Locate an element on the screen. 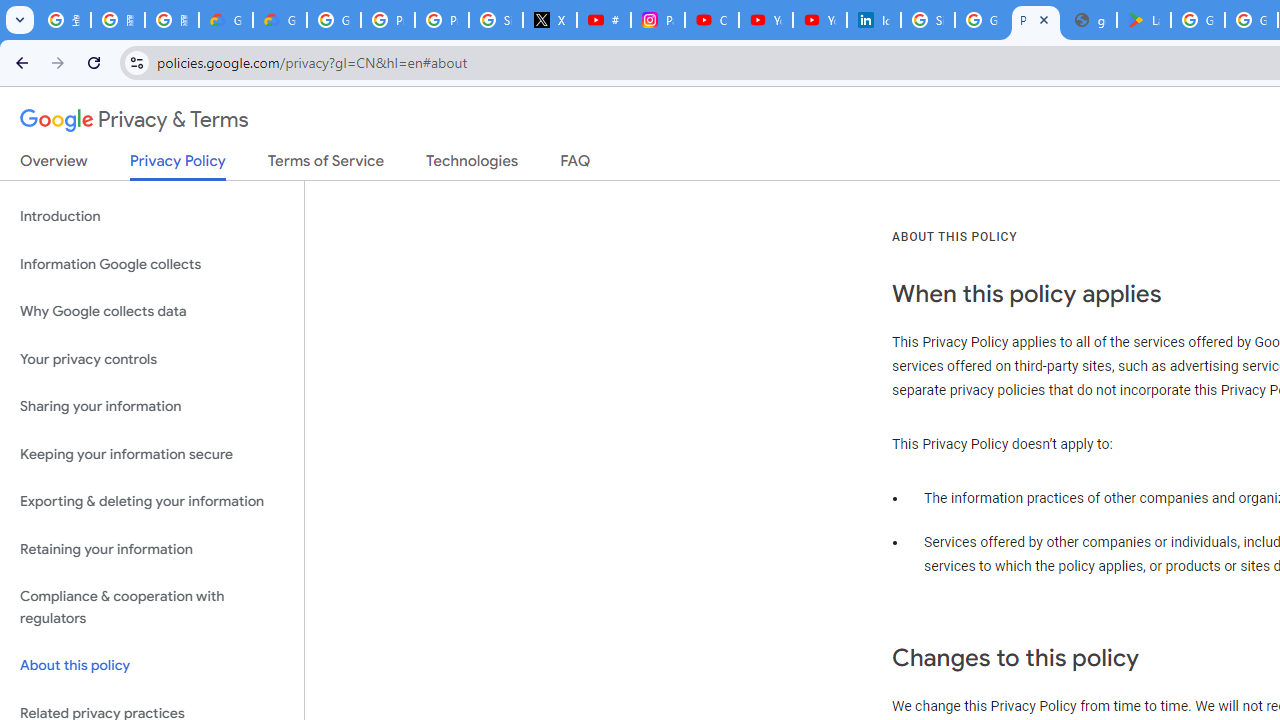 Image resolution: width=1280 pixels, height=720 pixels. 'Privacy & Terms' is located at coordinates (134, 120).